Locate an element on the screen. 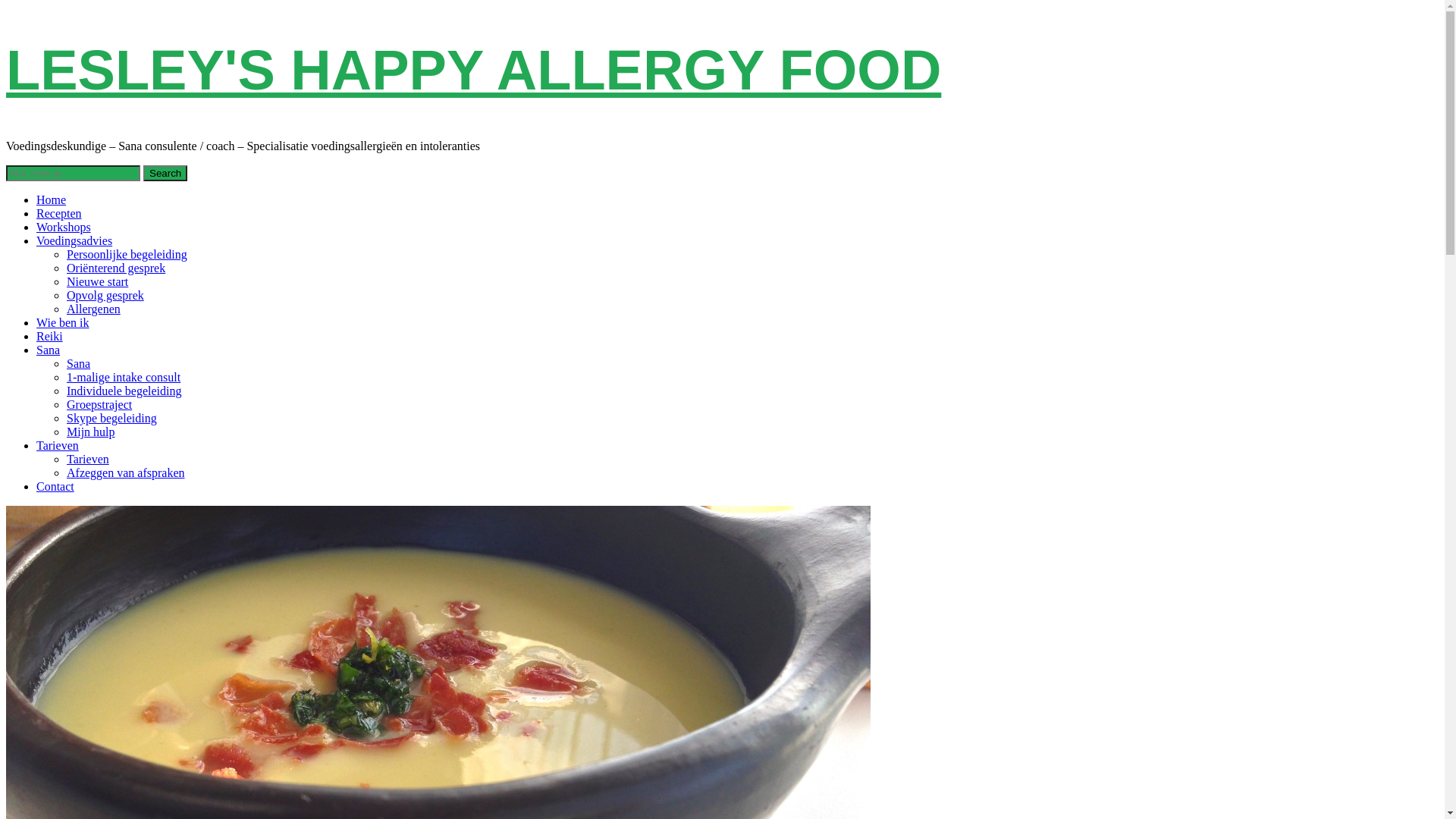 This screenshot has height=819, width=1456. 'Skype begeleiding' is located at coordinates (65, 418).